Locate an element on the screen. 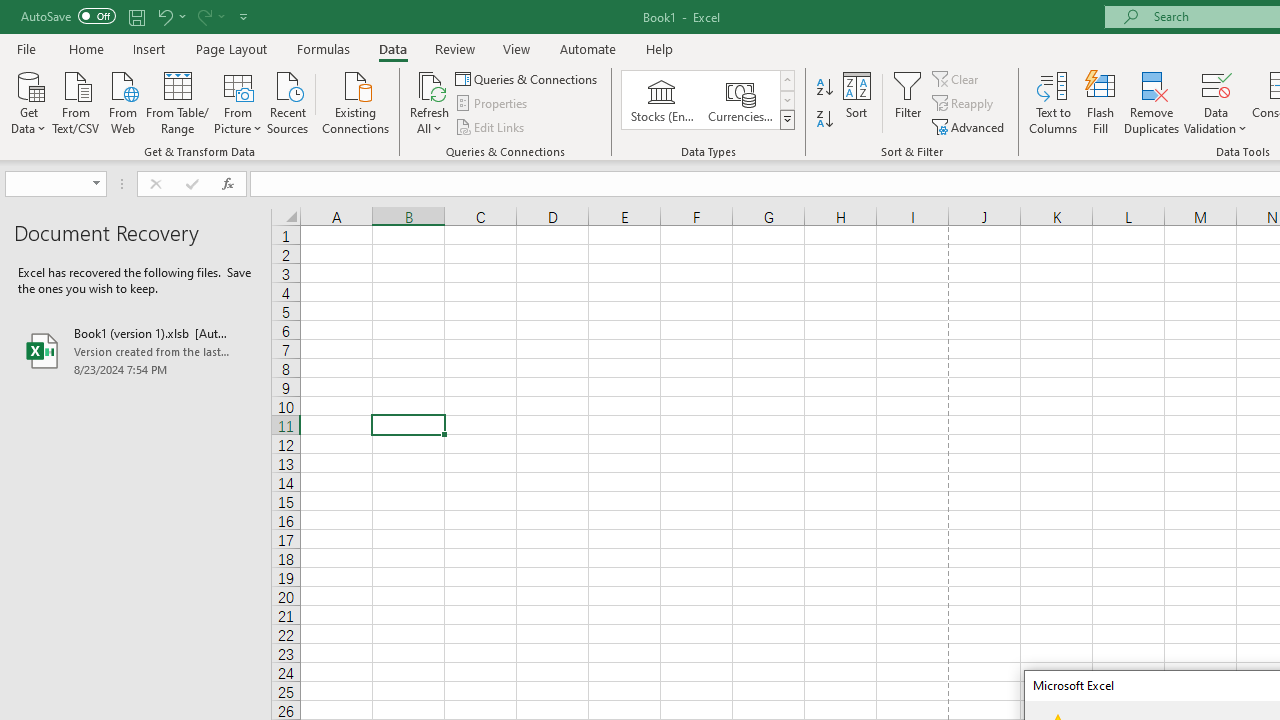 The image size is (1280, 720). 'Remove Duplicates' is located at coordinates (1152, 103).